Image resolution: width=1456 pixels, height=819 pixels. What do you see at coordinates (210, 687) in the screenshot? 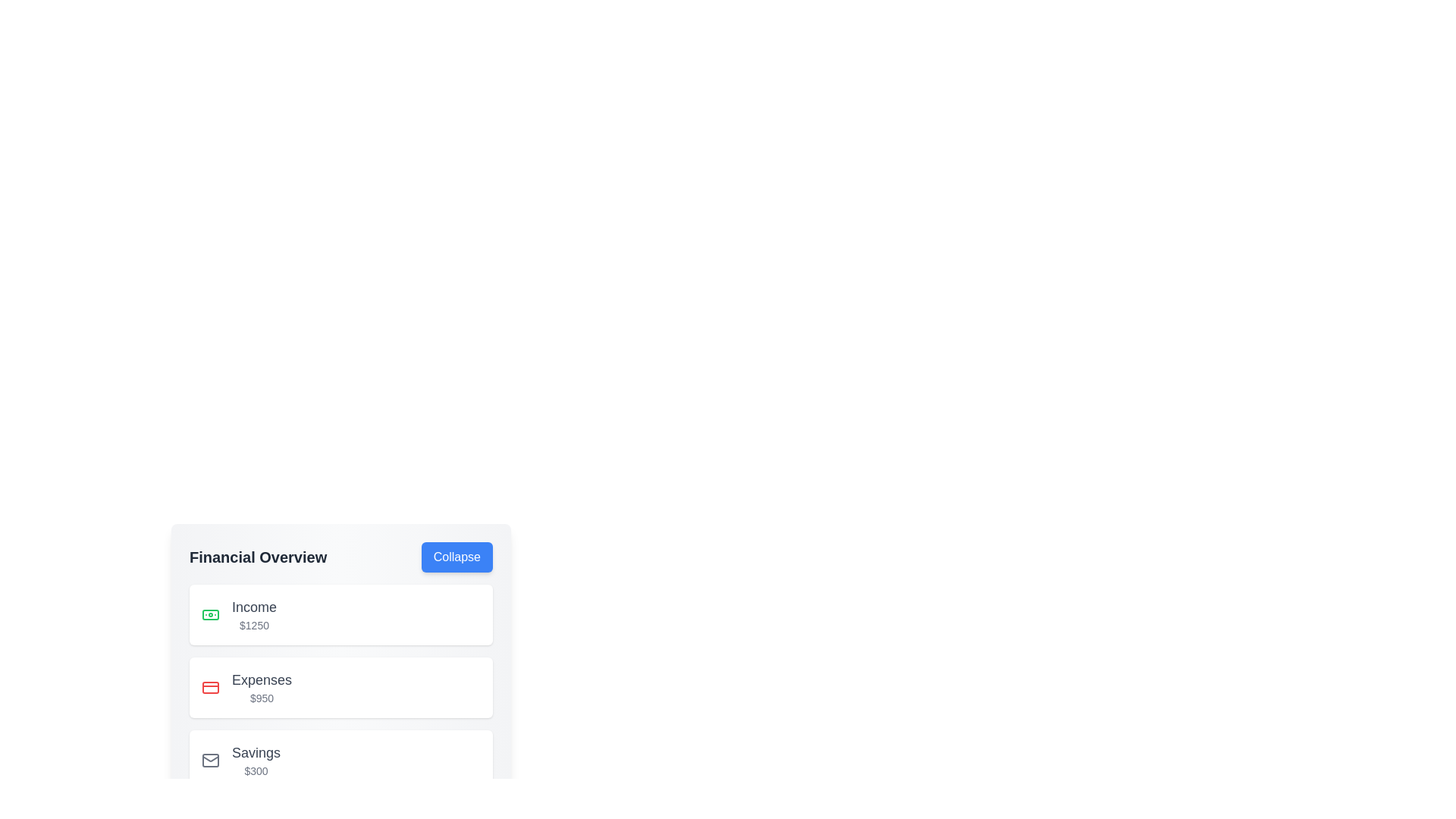
I see `the SVG rectangle representing the credit card icon located adjacent to the 'Expenses' label in the 'Financial Overview' section` at bounding box center [210, 687].